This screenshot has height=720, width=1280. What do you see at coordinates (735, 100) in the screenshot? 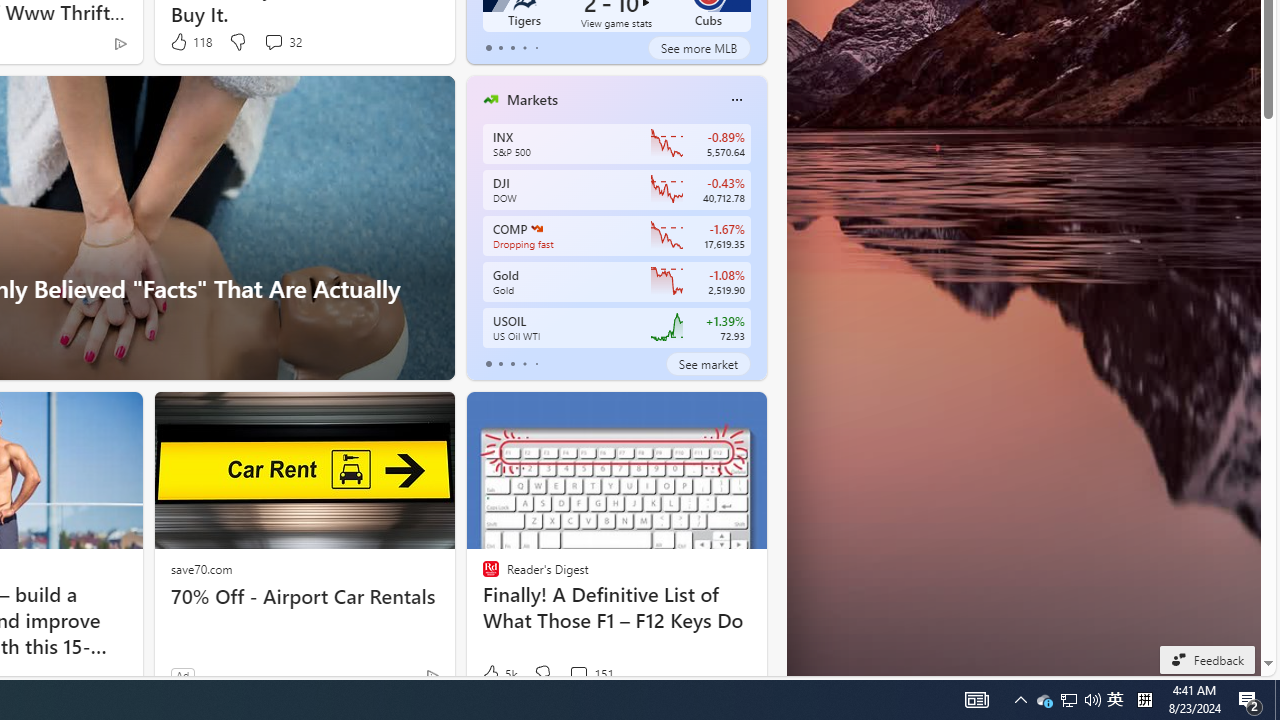
I see `'Class: icon-img'` at bounding box center [735, 100].